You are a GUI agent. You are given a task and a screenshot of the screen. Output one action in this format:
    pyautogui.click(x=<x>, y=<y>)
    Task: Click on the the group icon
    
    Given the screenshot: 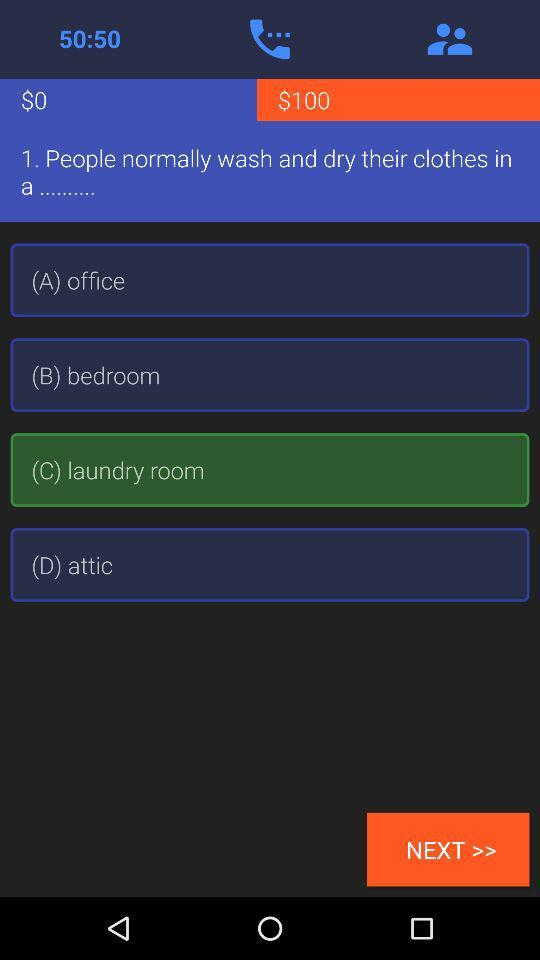 What is the action you would take?
    pyautogui.click(x=449, y=38)
    